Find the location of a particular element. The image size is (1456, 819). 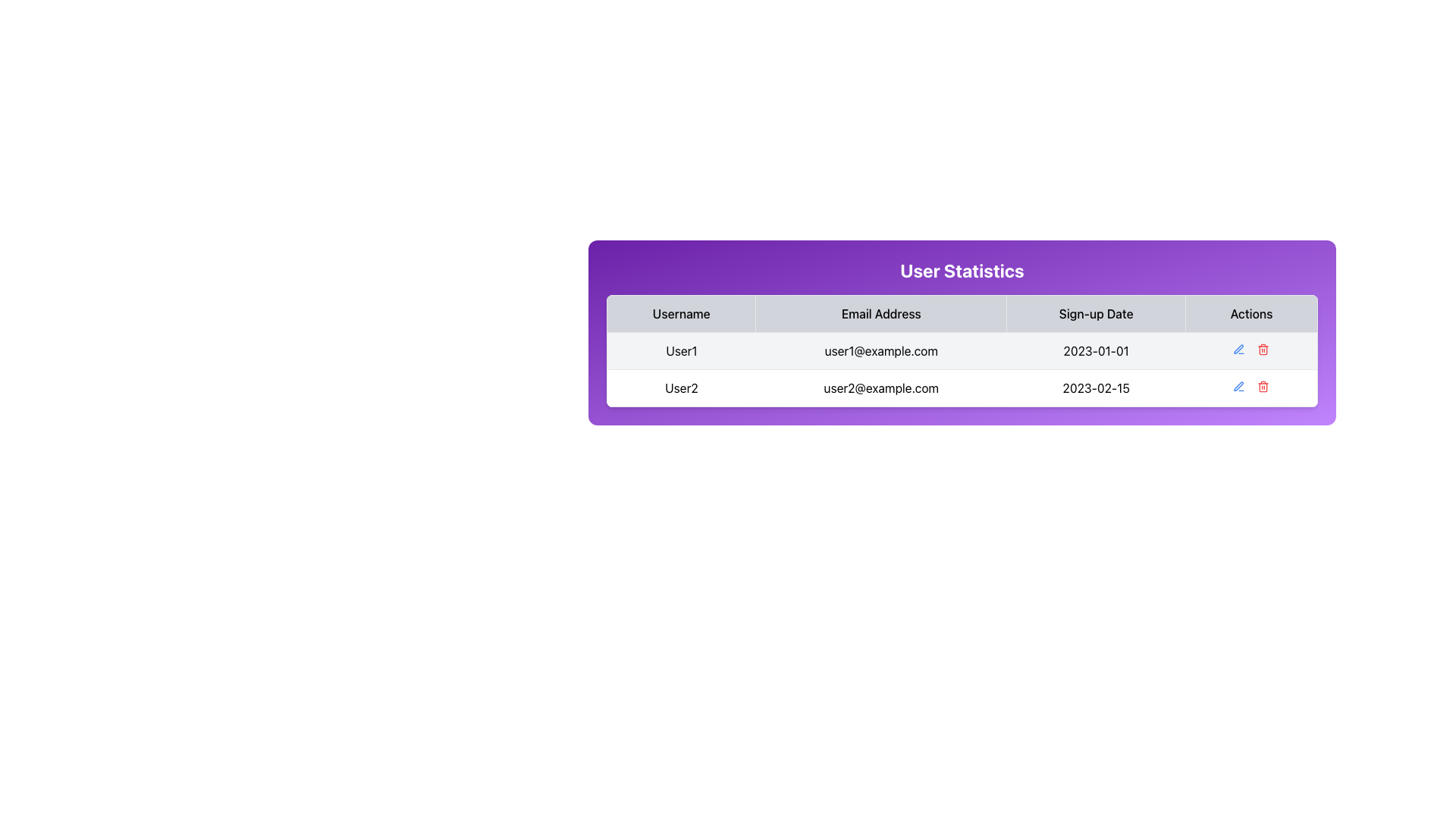

the static text label displaying 'User1', which is located in the first column of the user information table row is located at coordinates (680, 350).